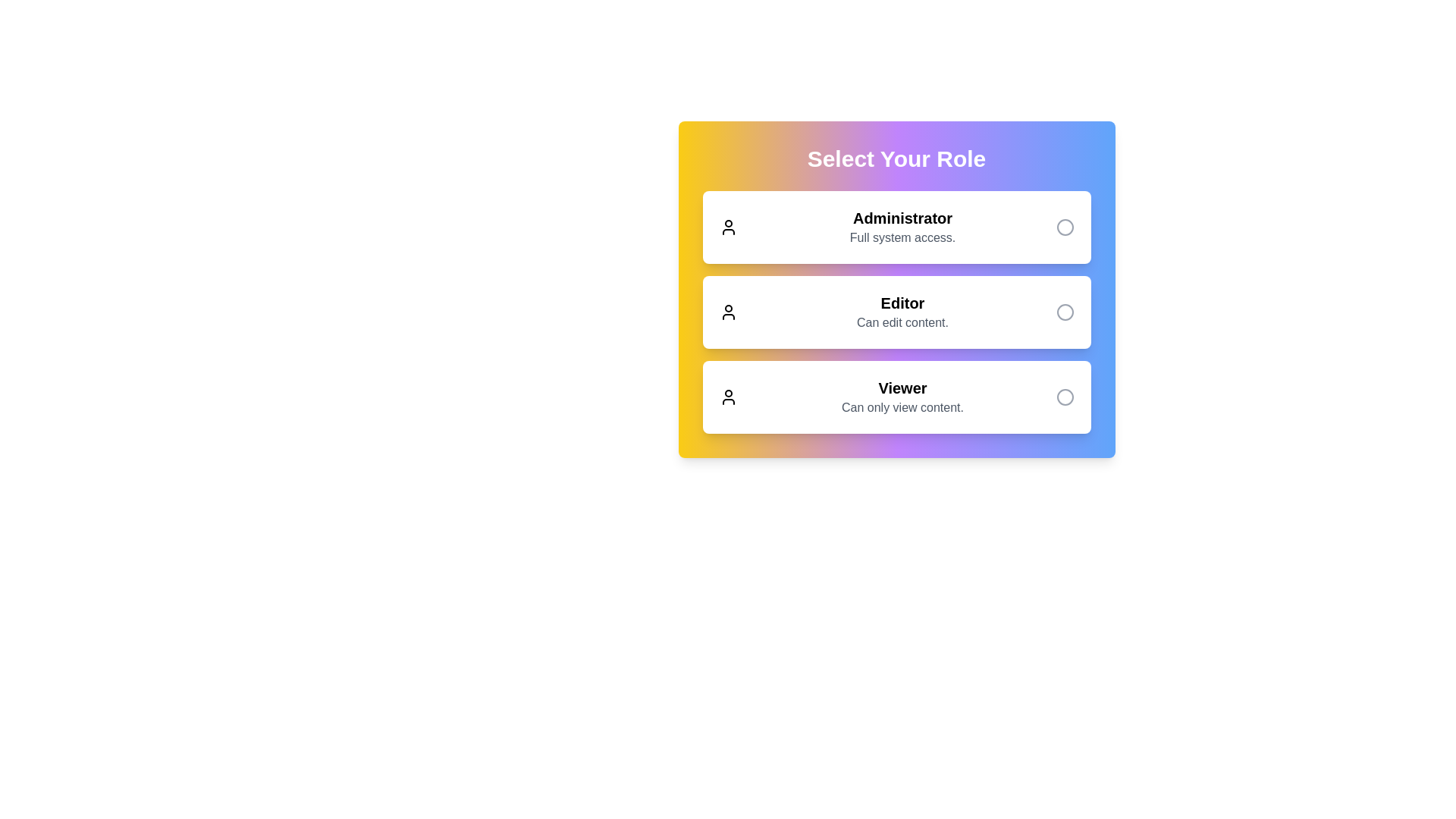 Image resolution: width=1456 pixels, height=819 pixels. What do you see at coordinates (1064, 227) in the screenshot?
I see `the inner circle of the radio button for the 'Administrator' option` at bounding box center [1064, 227].